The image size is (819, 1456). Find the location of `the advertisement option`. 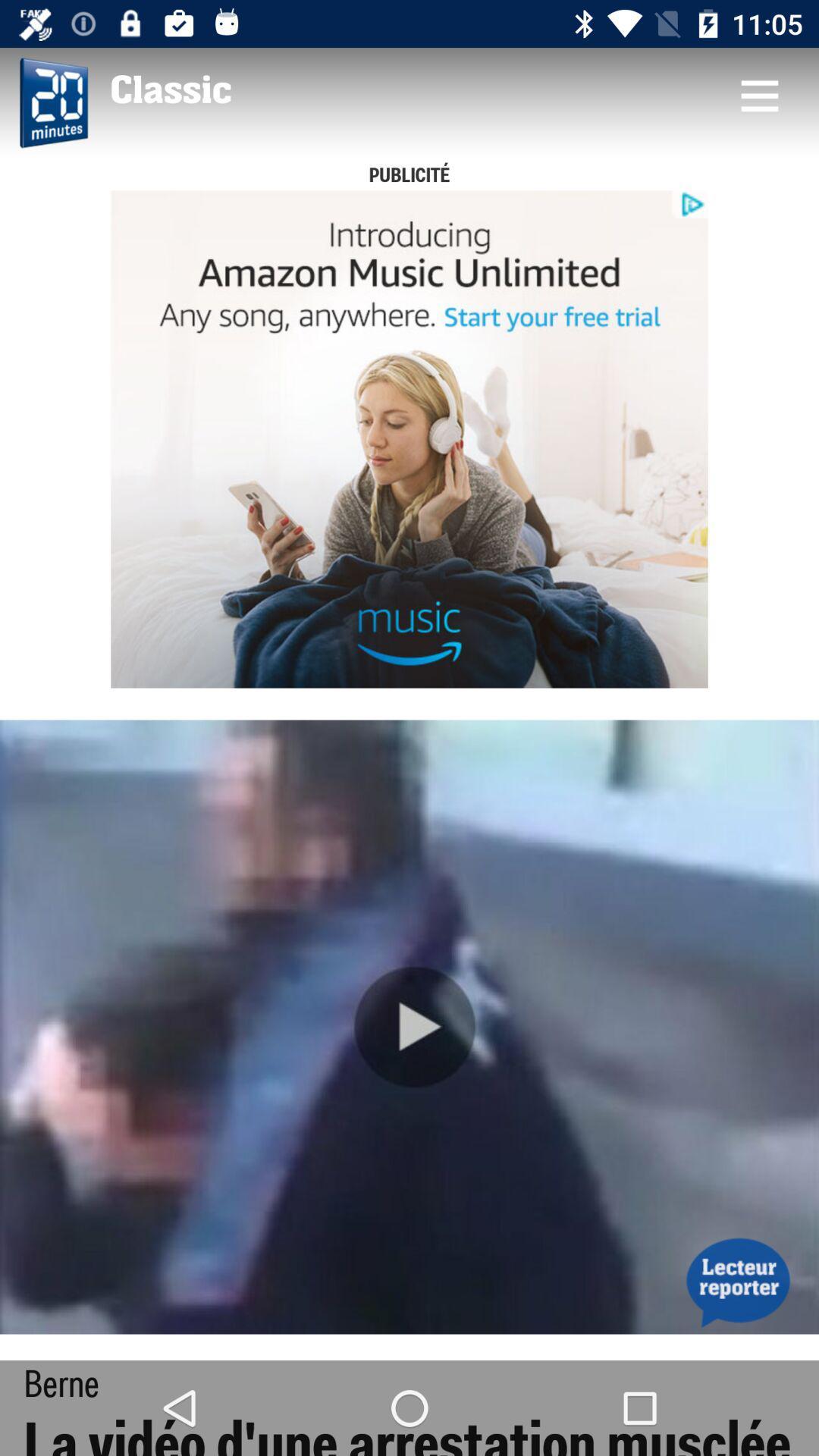

the advertisement option is located at coordinates (409, 438).